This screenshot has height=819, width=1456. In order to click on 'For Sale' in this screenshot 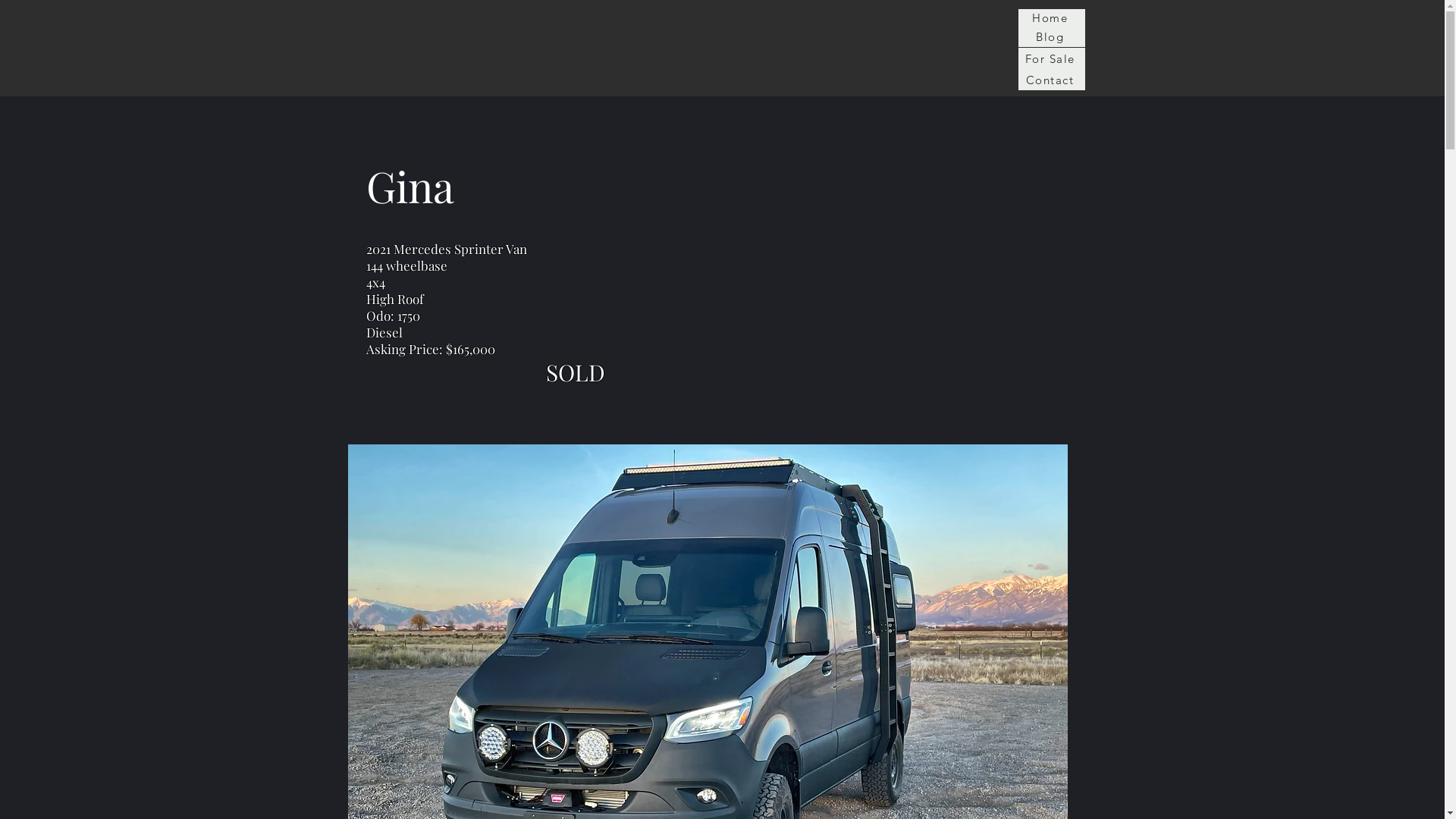, I will do `click(1050, 58)`.